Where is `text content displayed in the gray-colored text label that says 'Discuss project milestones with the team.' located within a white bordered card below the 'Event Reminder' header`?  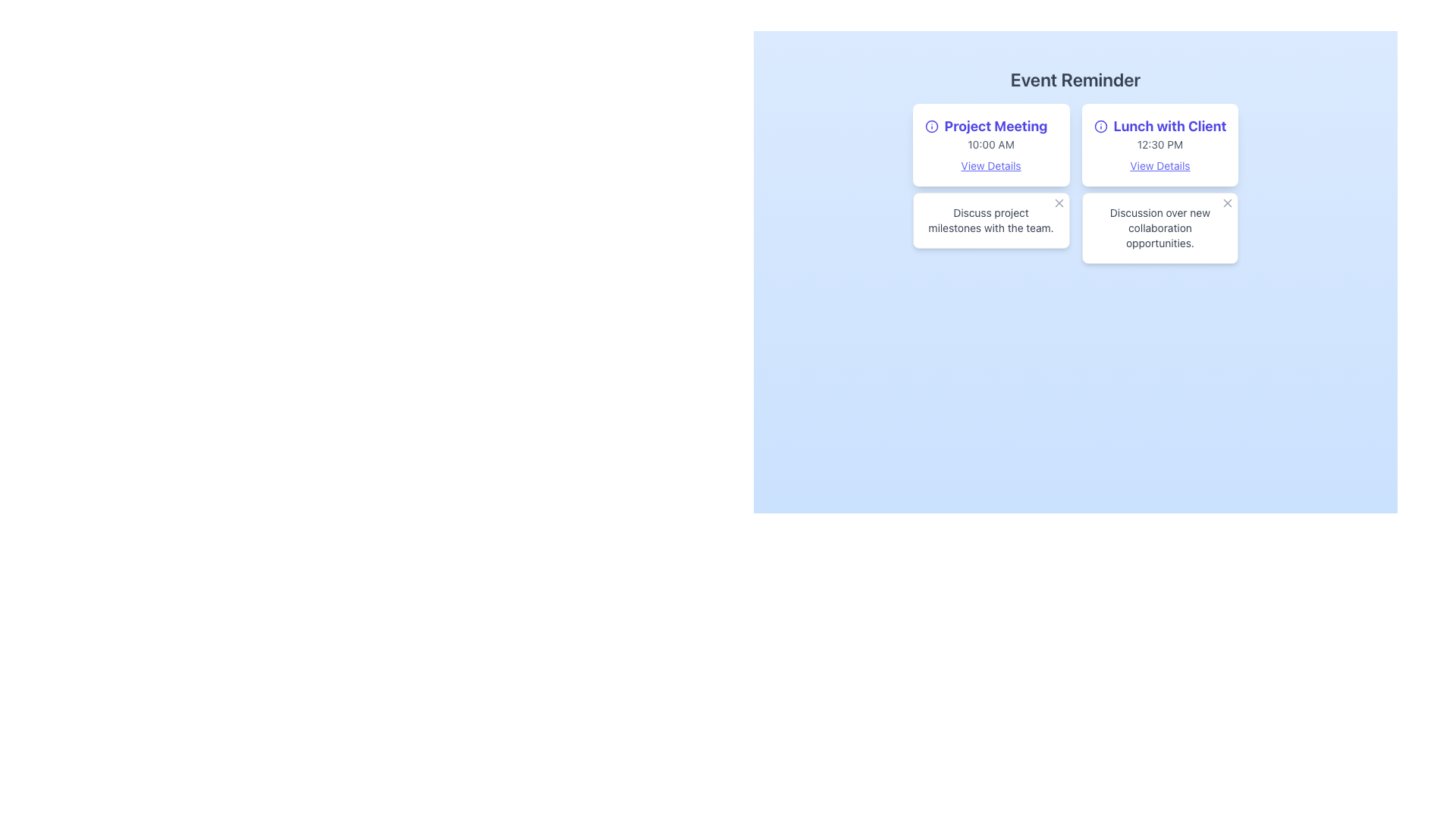 text content displayed in the gray-colored text label that says 'Discuss project milestones with the team.' located within a white bordered card below the 'Event Reminder' header is located at coordinates (990, 220).